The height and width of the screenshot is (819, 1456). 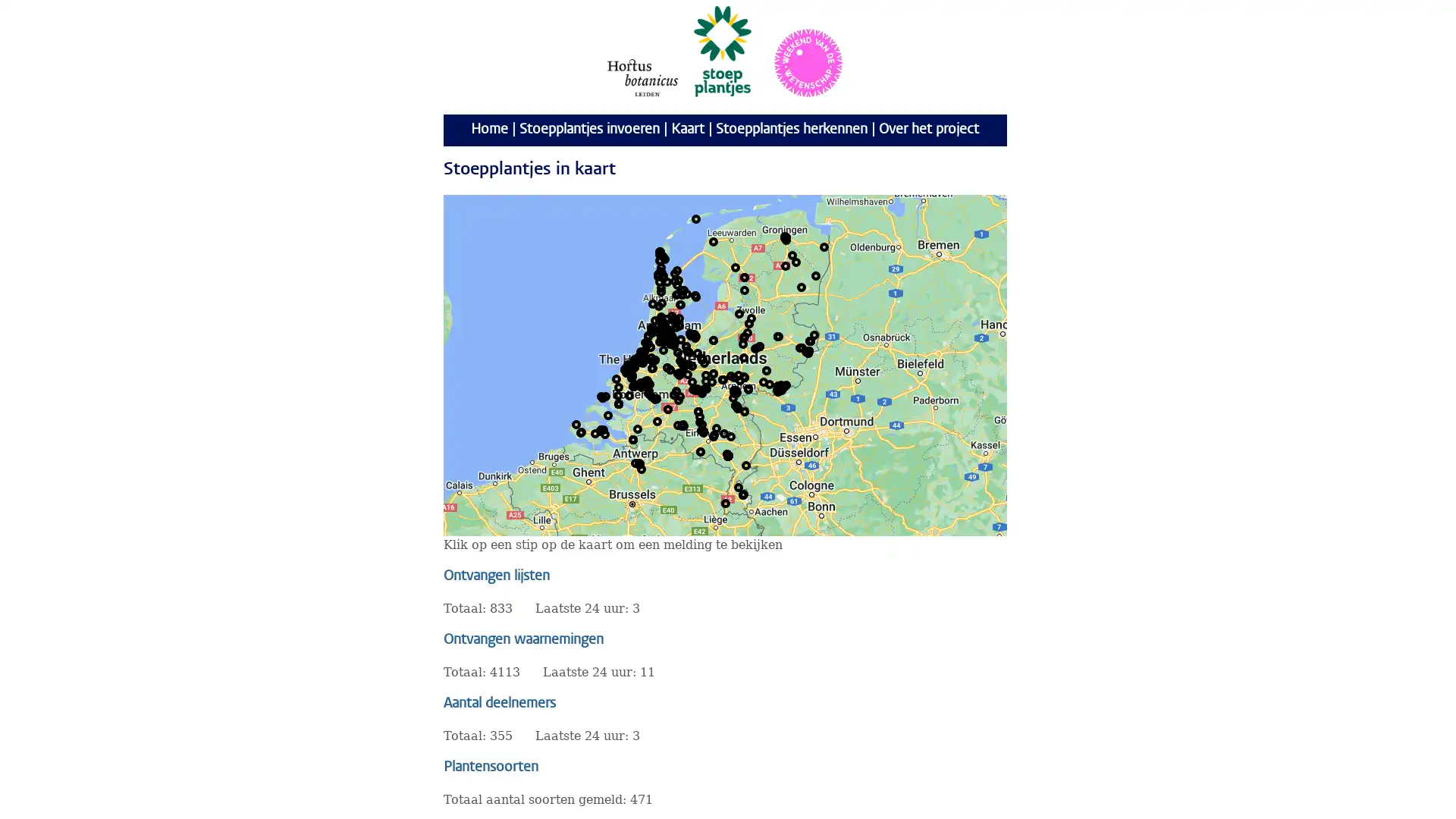 What do you see at coordinates (619, 403) in the screenshot?
I see `Telling van Yara op 03 juni 2022` at bounding box center [619, 403].